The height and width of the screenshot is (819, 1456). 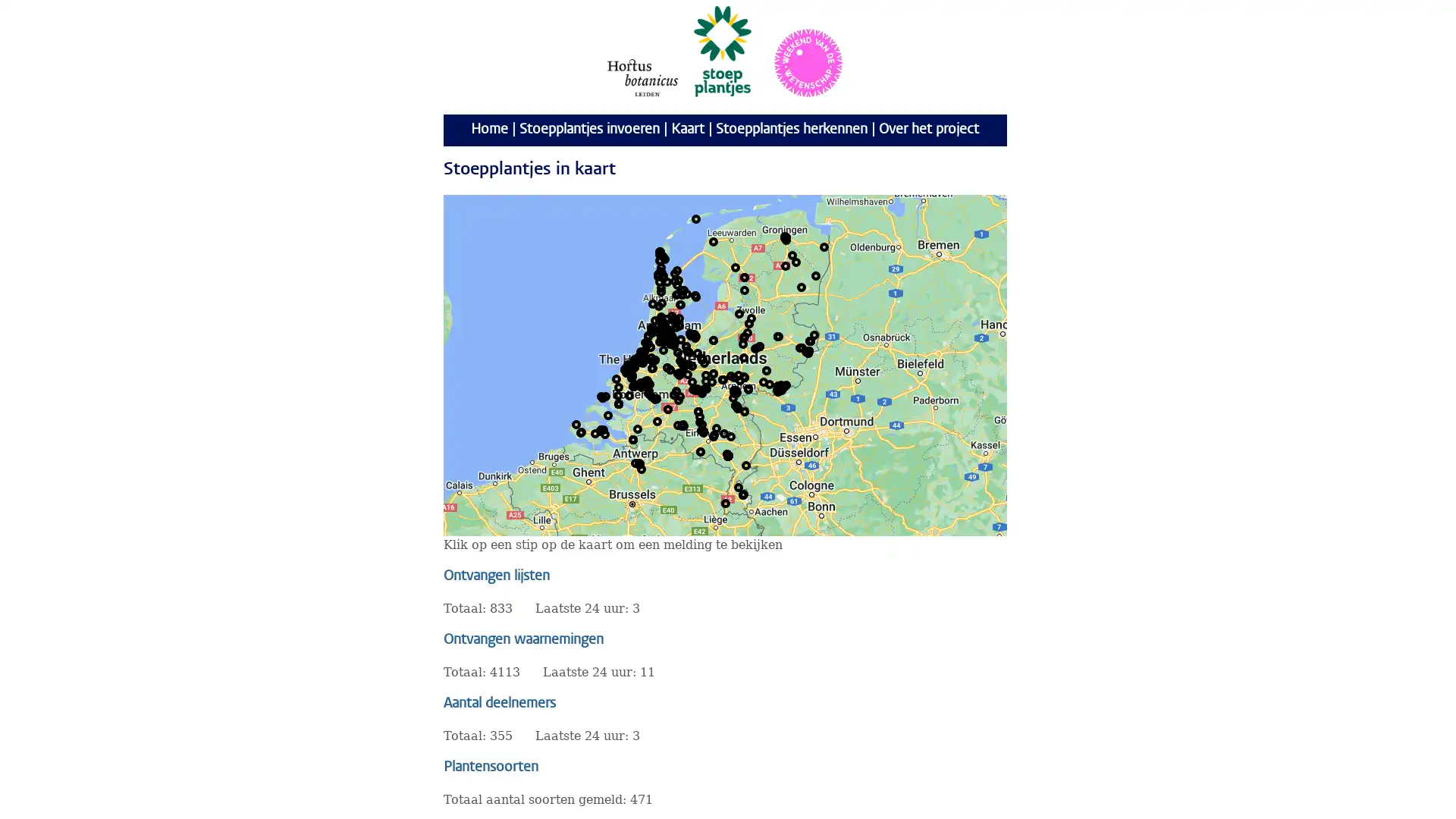 What do you see at coordinates (619, 403) in the screenshot?
I see `Telling van Yara op 03 juni 2022` at bounding box center [619, 403].